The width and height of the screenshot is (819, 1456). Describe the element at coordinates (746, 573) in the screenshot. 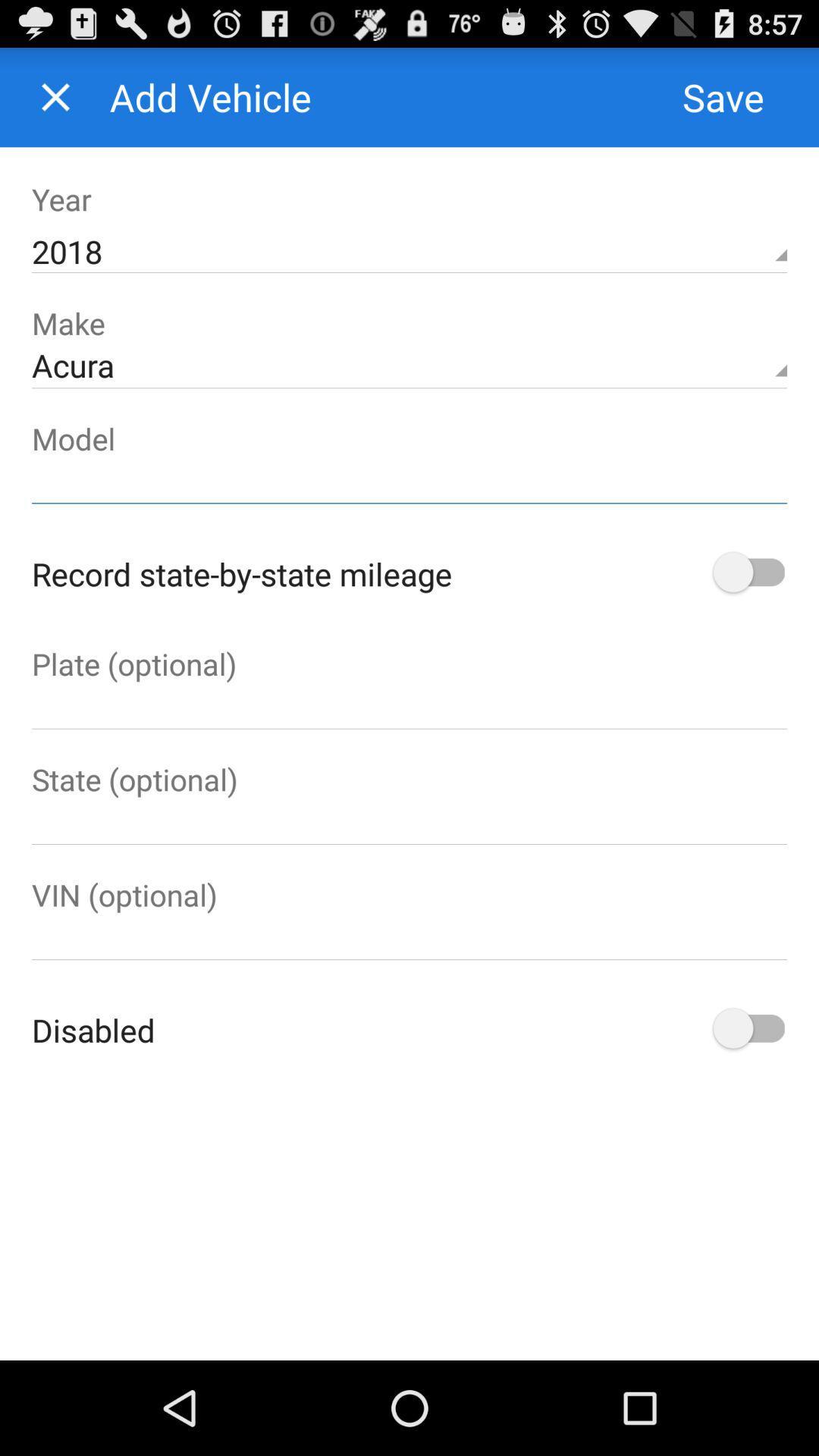

I see `record state-by-state mileage option` at that location.